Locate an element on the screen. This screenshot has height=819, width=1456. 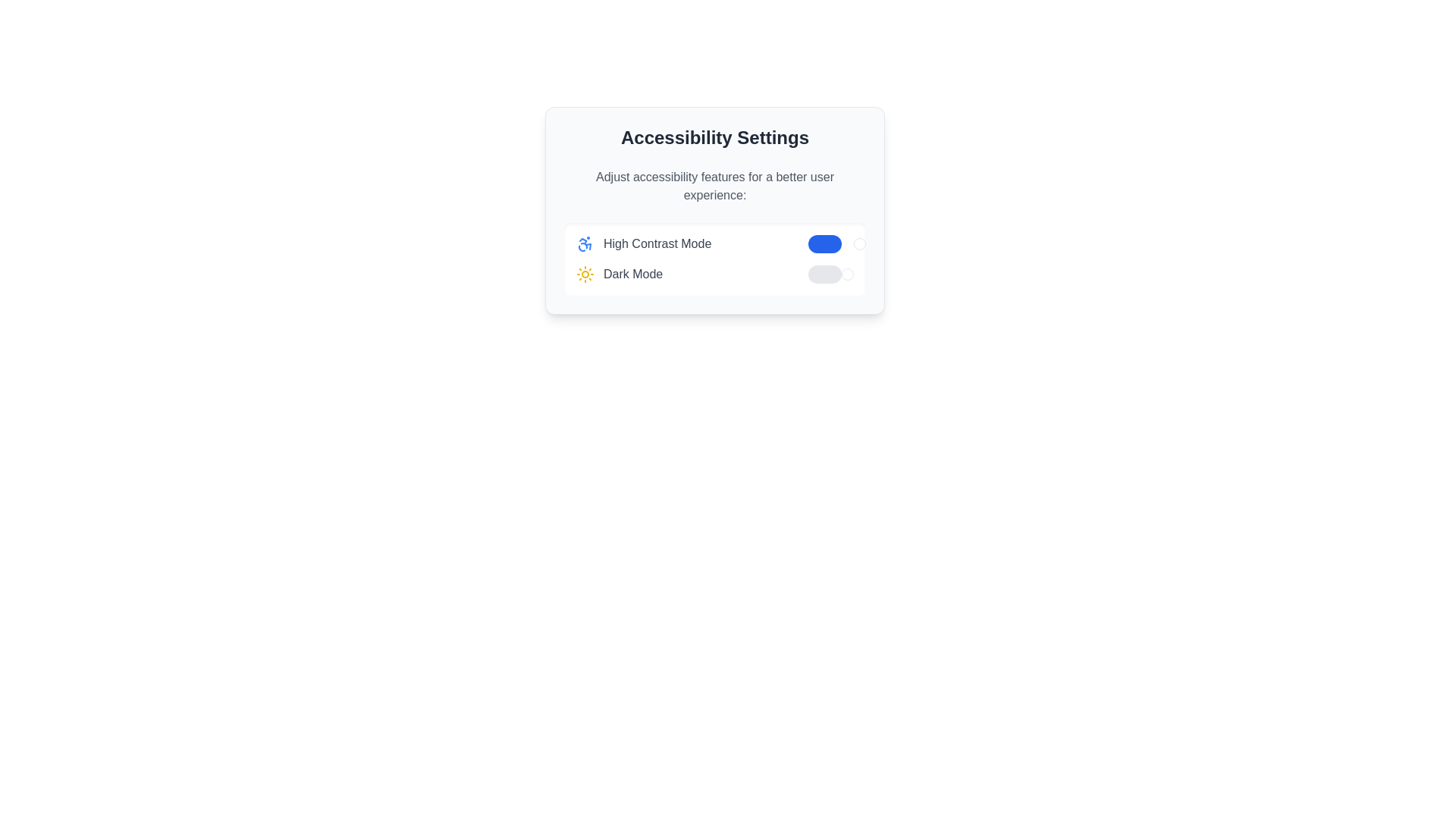
the toggle switch for High Contrast Mode is located at coordinates (830, 243).